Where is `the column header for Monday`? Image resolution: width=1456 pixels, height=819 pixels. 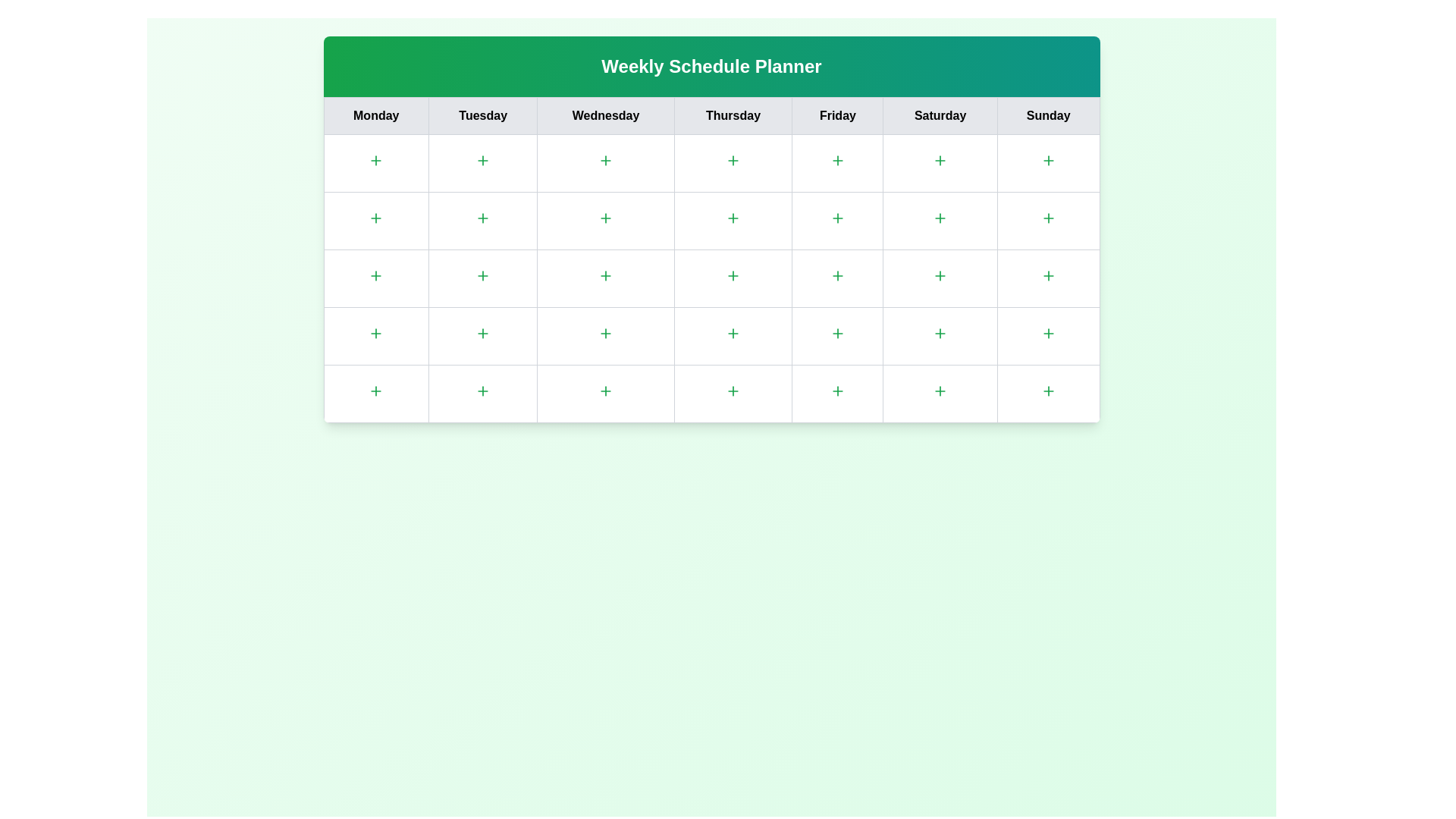 the column header for Monday is located at coordinates (376, 115).